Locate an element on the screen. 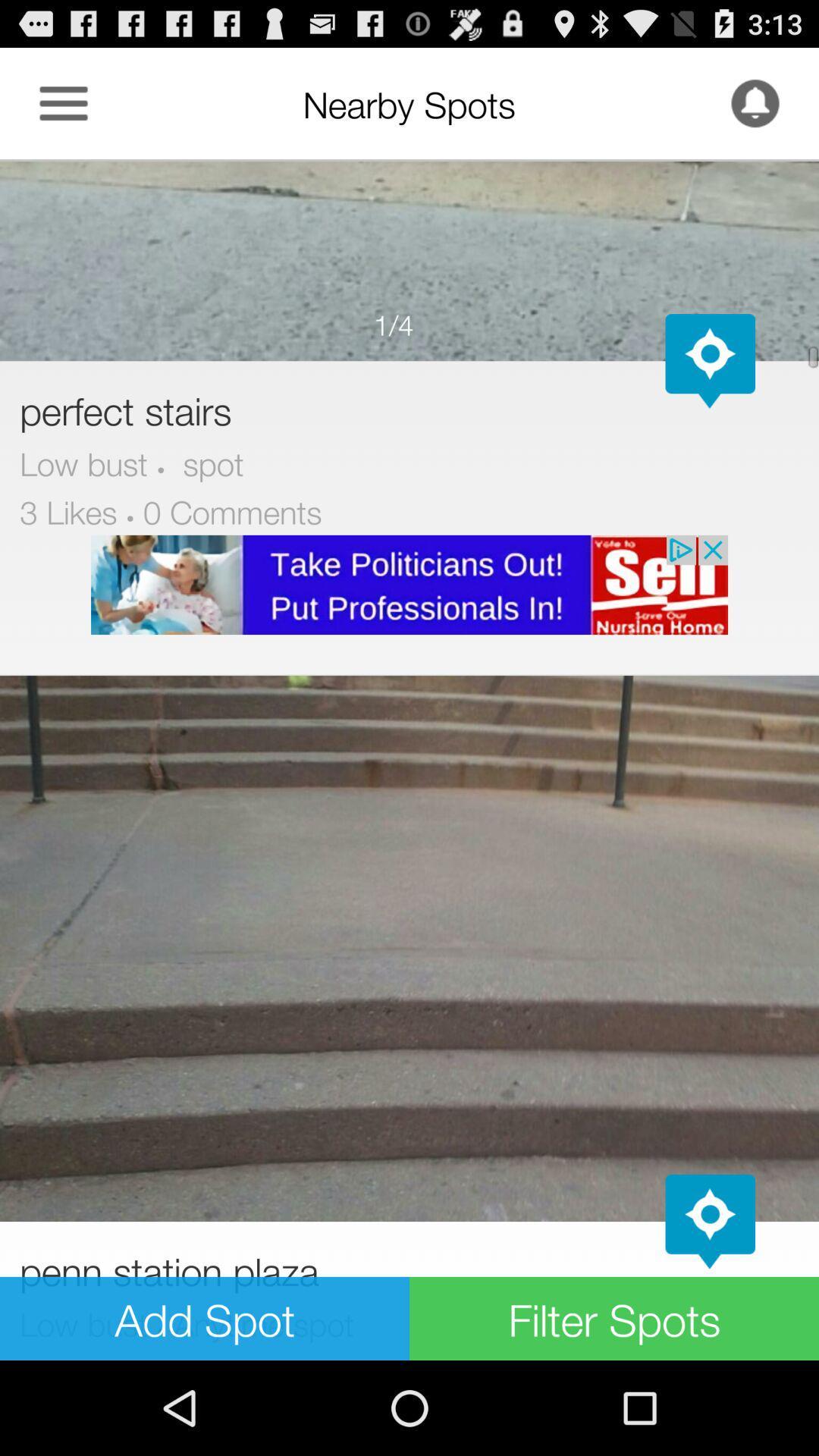 The width and height of the screenshot is (819, 1456). menu options is located at coordinates (63, 102).